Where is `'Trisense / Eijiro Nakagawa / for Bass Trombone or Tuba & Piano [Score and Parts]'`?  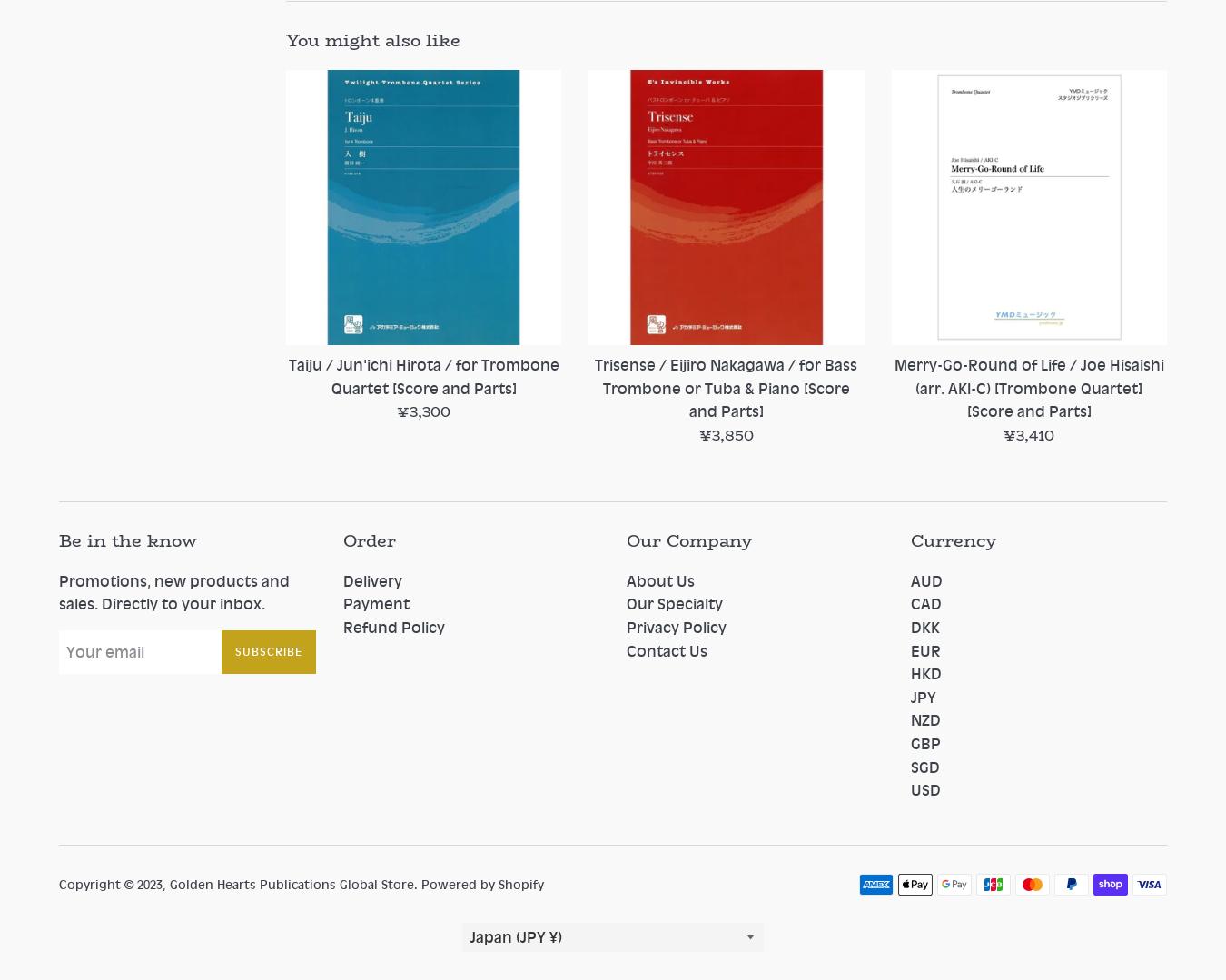
'Trisense / Eijiro Nakagawa / for Bass Trombone or Tuba & Piano [Score and Parts]' is located at coordinates (726, 388).